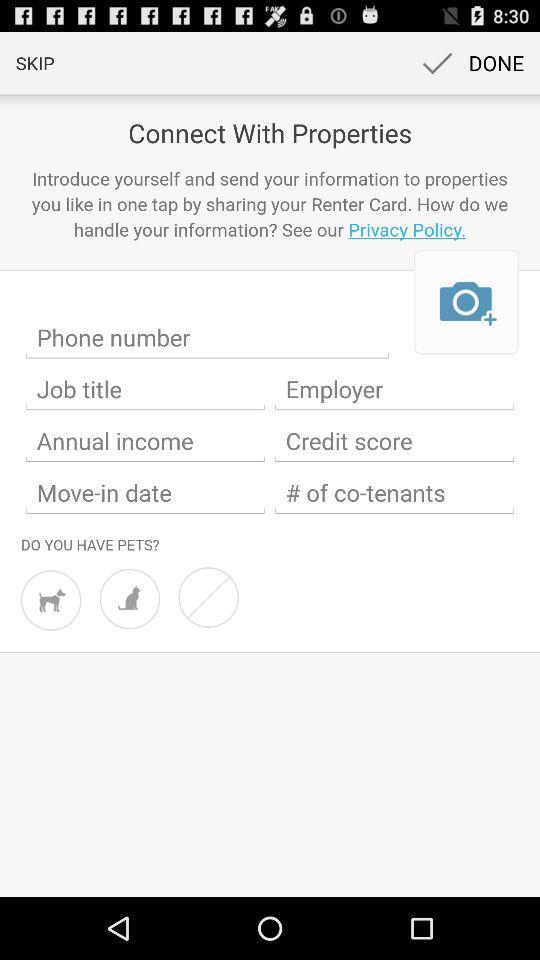  What do you see at coordinates (270, 204) in the screenshot?
I see `introduce yourself and app` at bounding box center [270, 204].